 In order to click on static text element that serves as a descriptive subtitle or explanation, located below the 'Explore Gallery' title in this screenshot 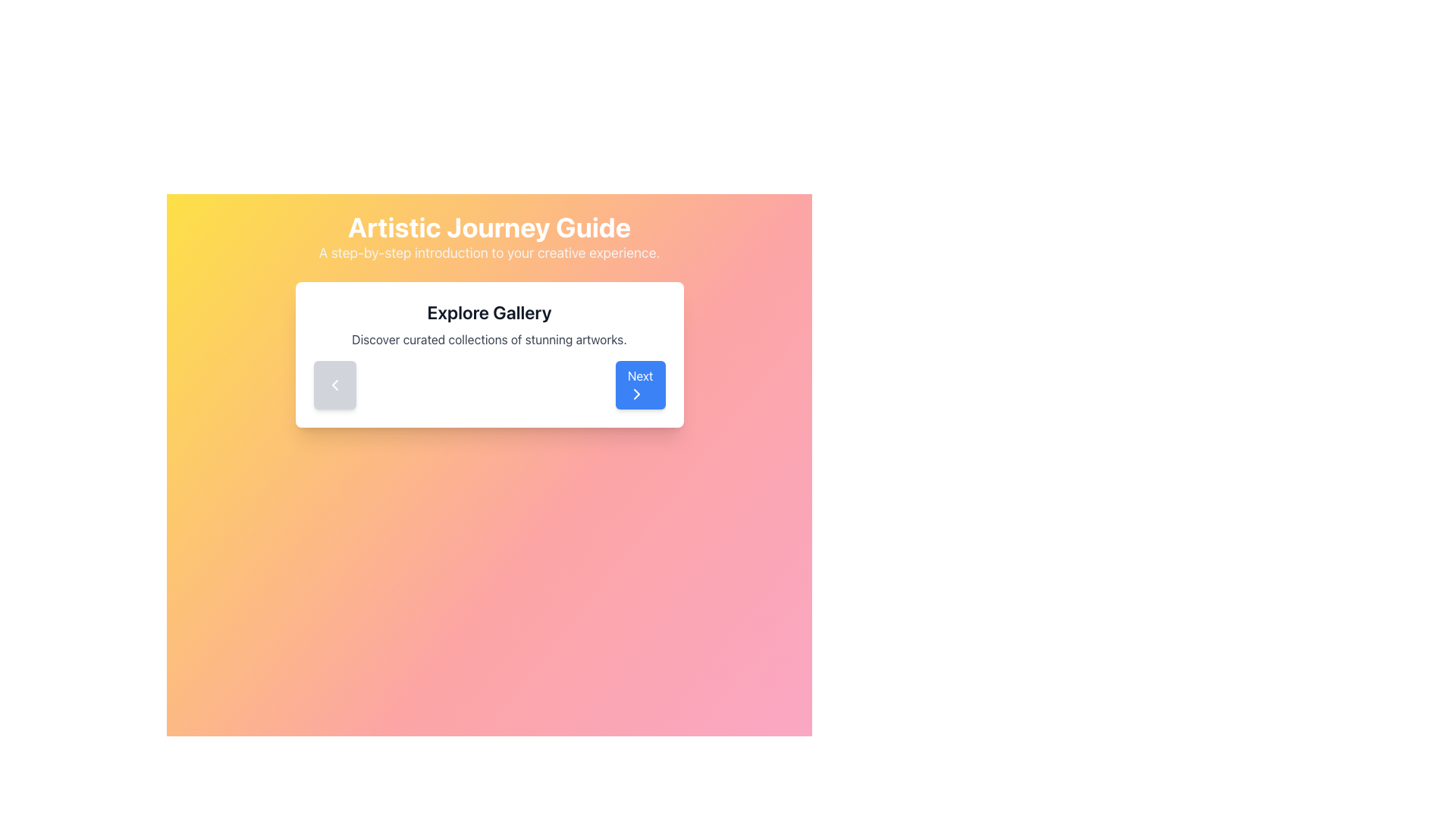, I will do `click(489, 338)`.